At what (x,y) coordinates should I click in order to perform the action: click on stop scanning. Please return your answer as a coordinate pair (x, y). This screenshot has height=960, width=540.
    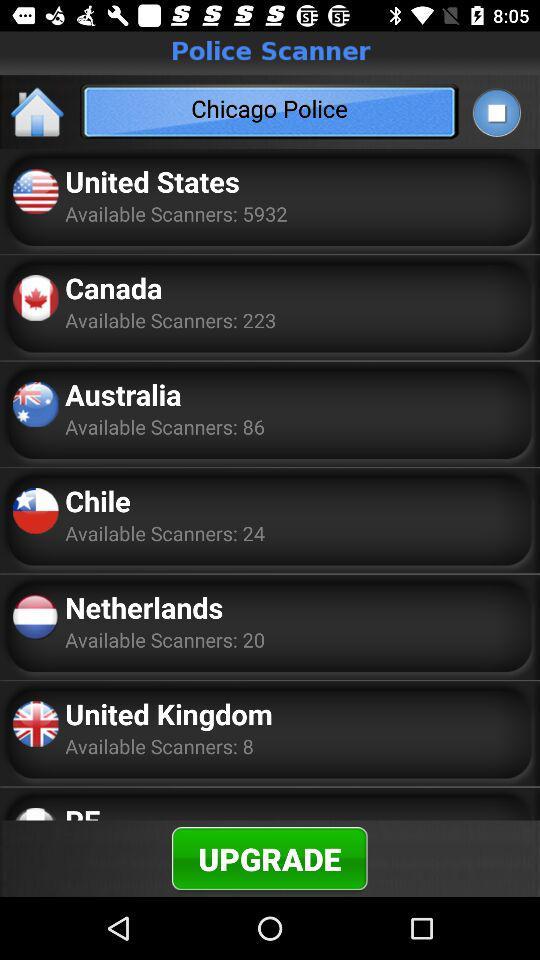
    Looking at the image, I should click on (495, 112).